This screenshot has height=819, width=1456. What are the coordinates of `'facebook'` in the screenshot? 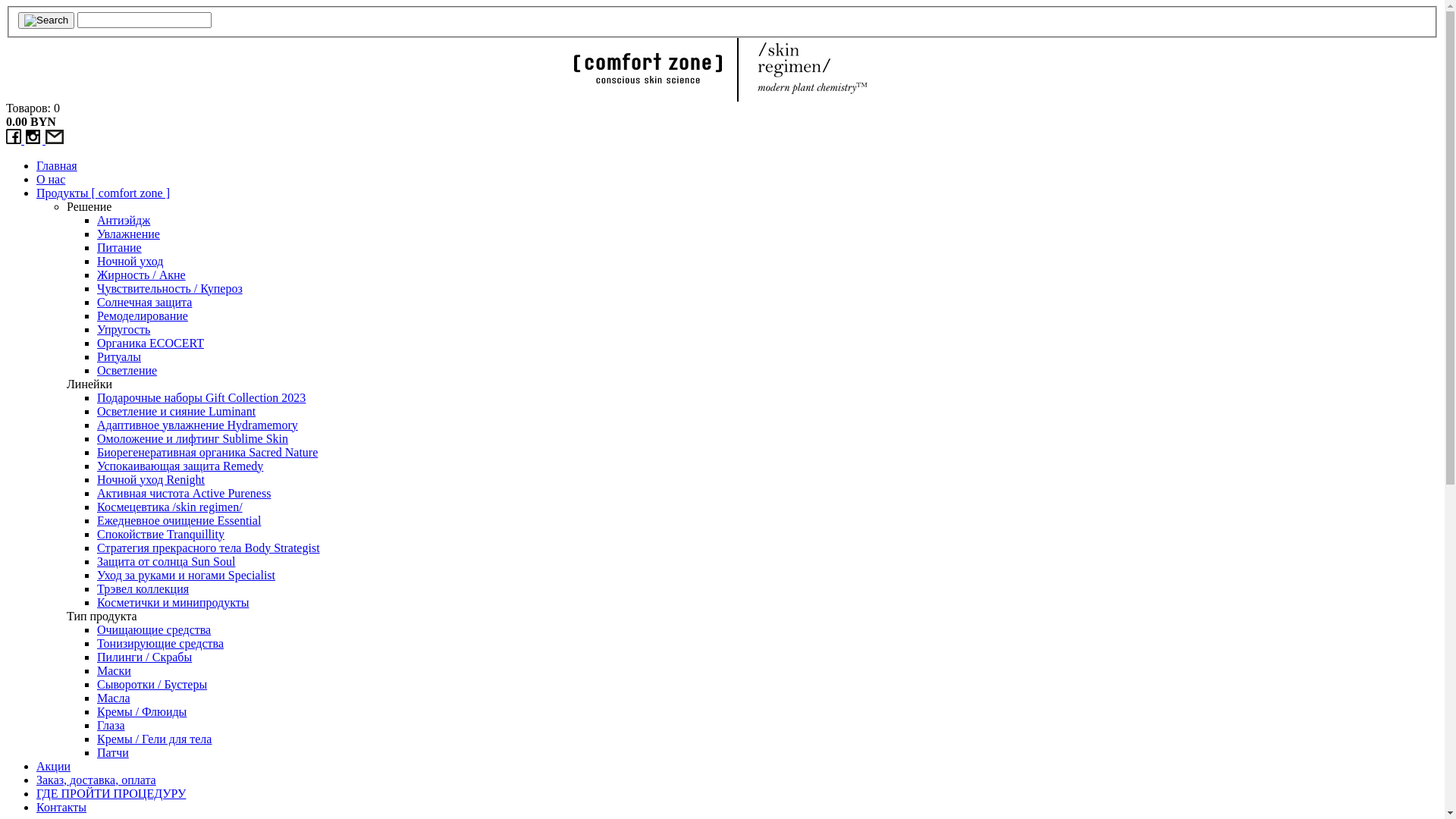 It's located at (14, 140).